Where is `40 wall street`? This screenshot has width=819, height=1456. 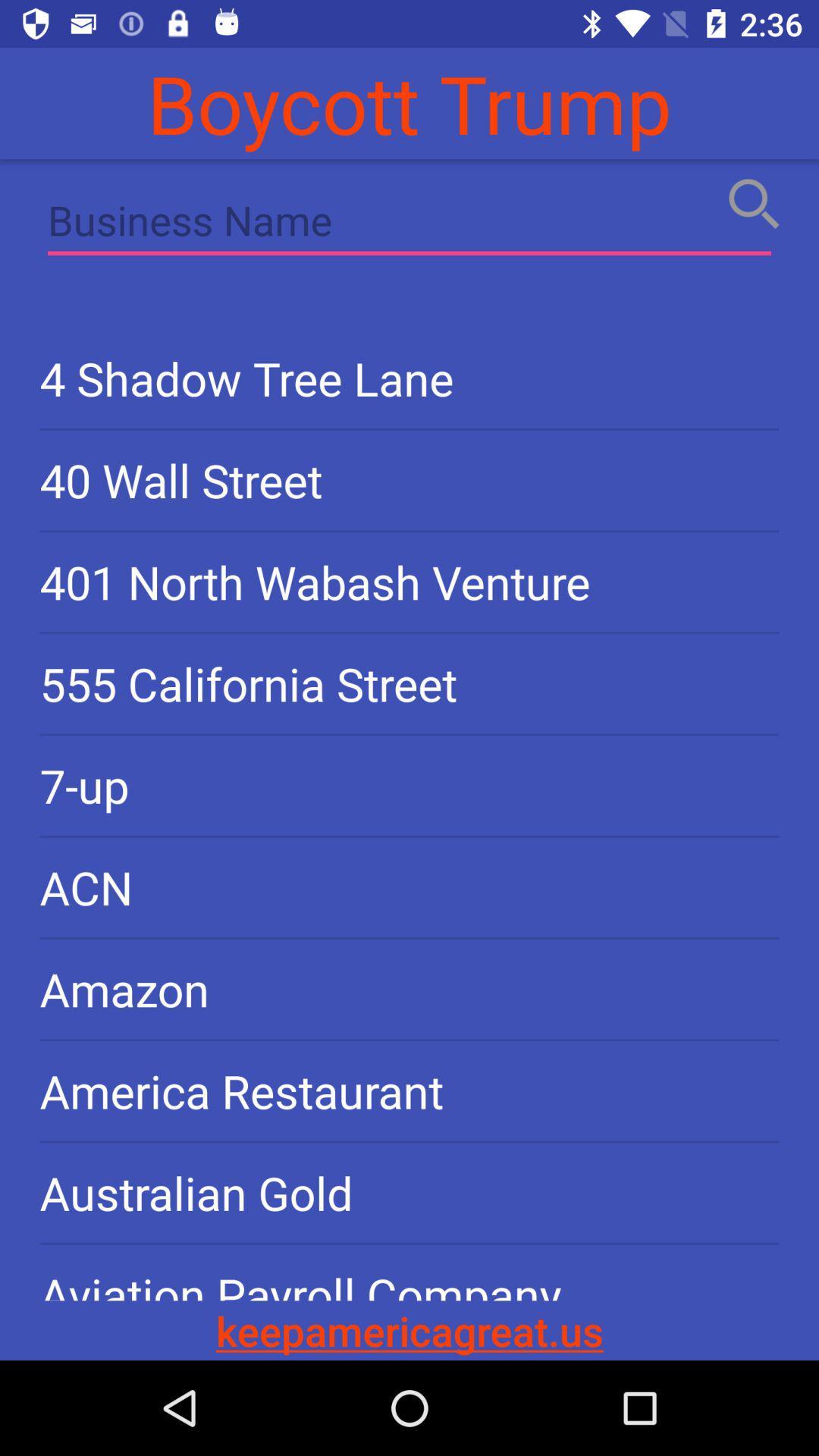
40 wall street is located at coordinates (409, 479).